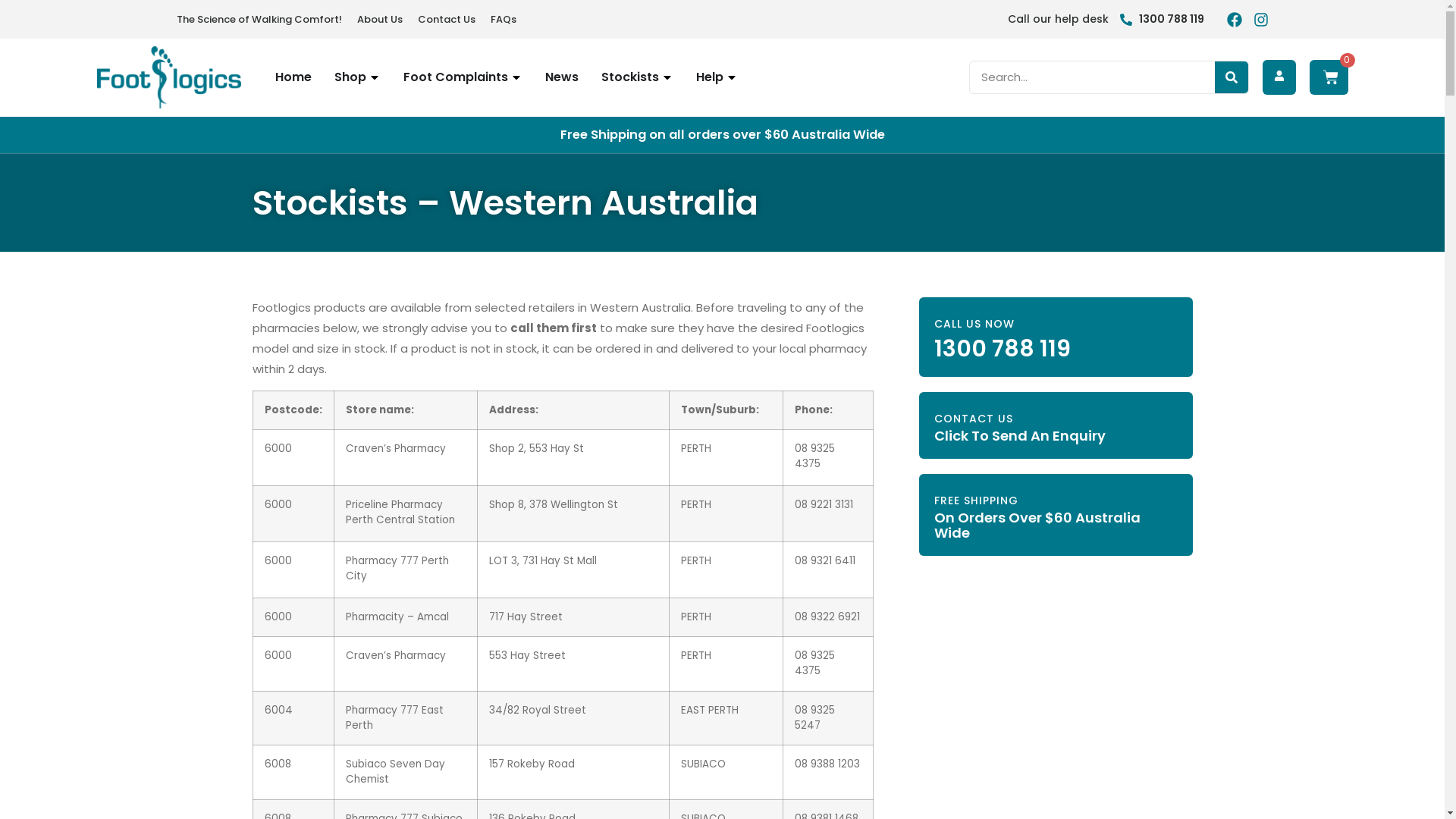  Describe the element at coordinates (1327, 77) in the screenshot. I see `'$0.00` at that location.